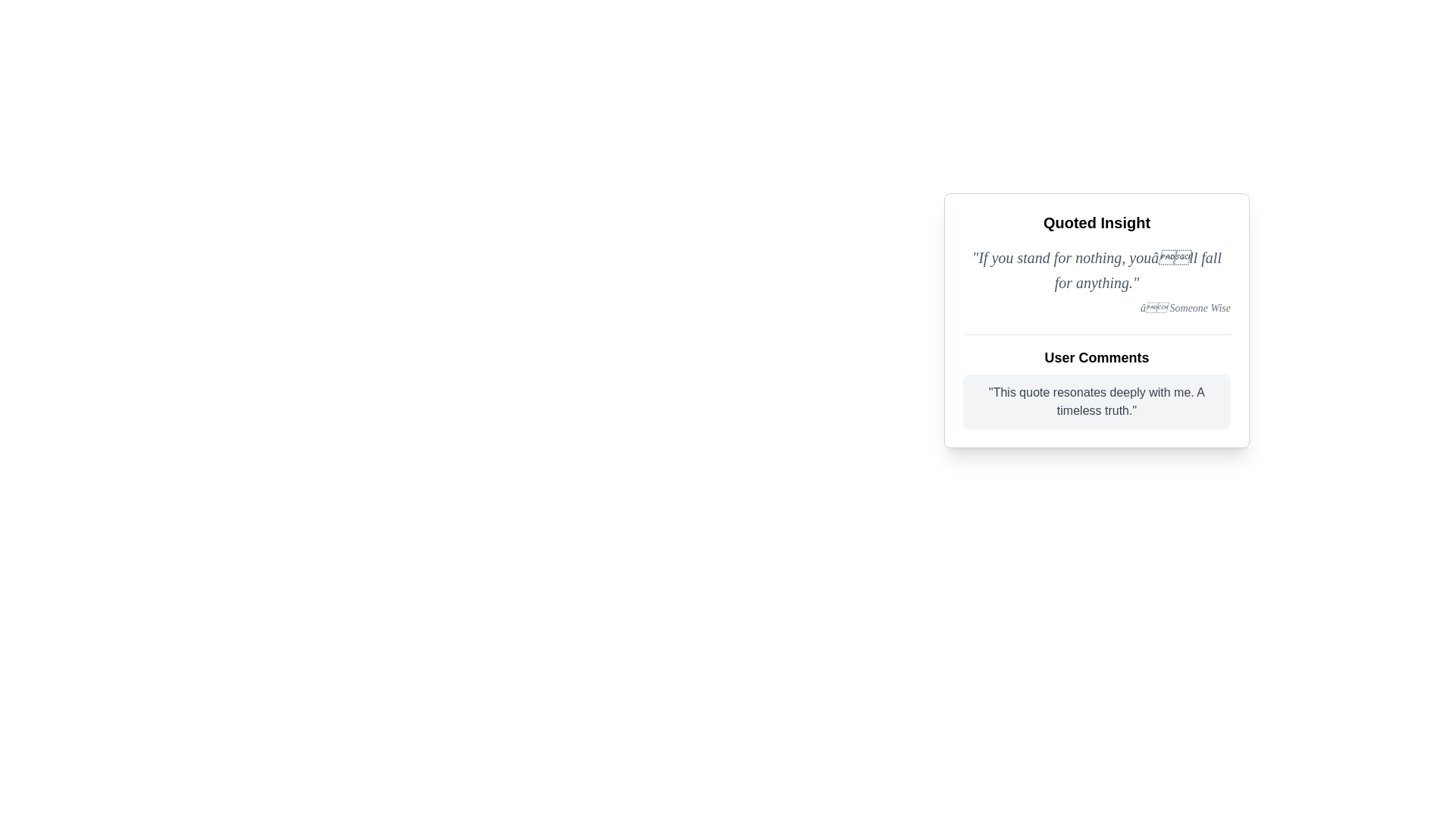 The height and width of the screenshot is (819, 1456). Describe the element at coordinates (1097, 357) in the screenshot. I see `the Text heading that designates the section for user comments or feedback, which is centrally aligned above the user quote element` at that location.